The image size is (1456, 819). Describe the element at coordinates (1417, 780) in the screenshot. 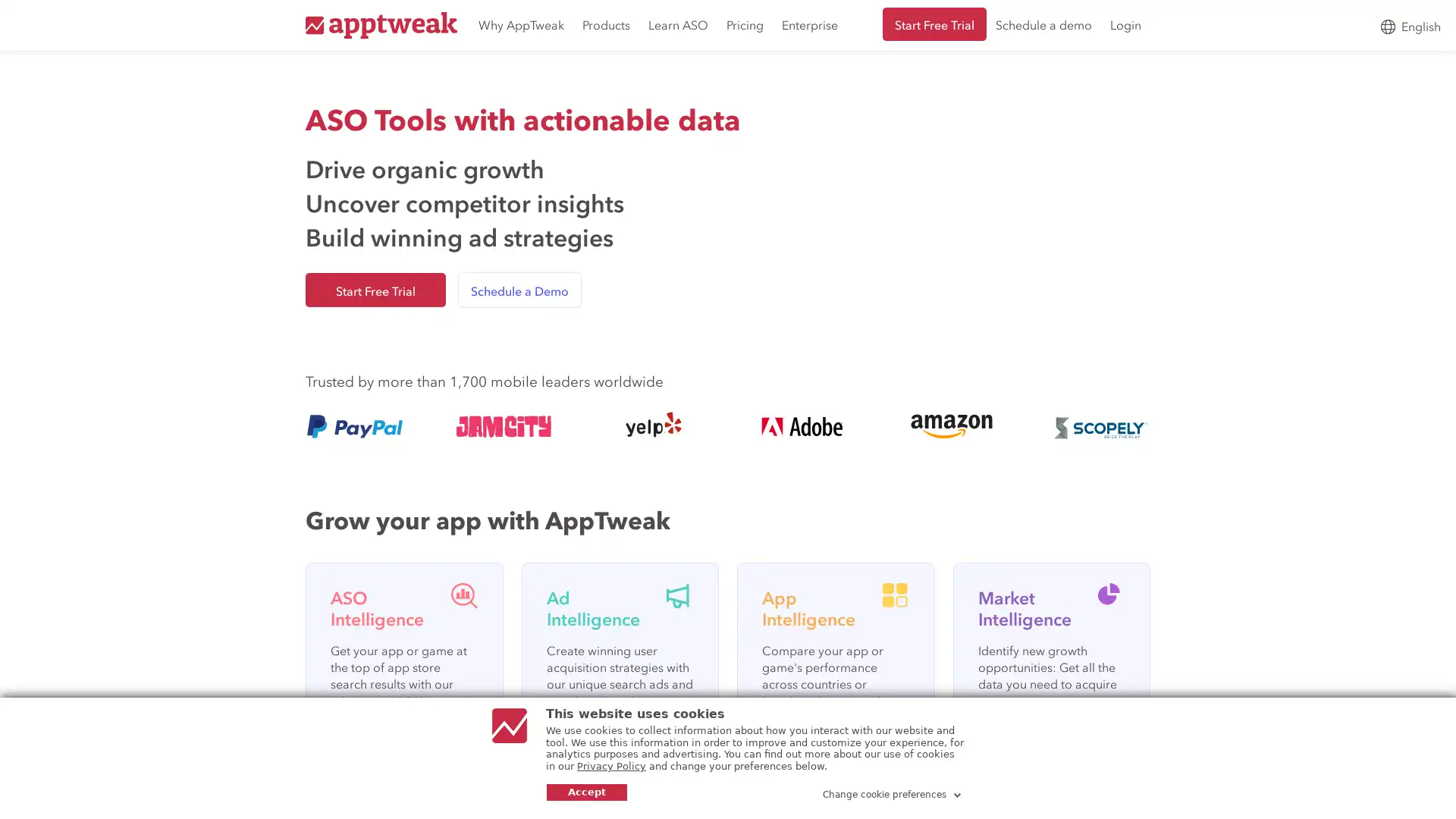

I see `Open Intercom Messenger` at that location.